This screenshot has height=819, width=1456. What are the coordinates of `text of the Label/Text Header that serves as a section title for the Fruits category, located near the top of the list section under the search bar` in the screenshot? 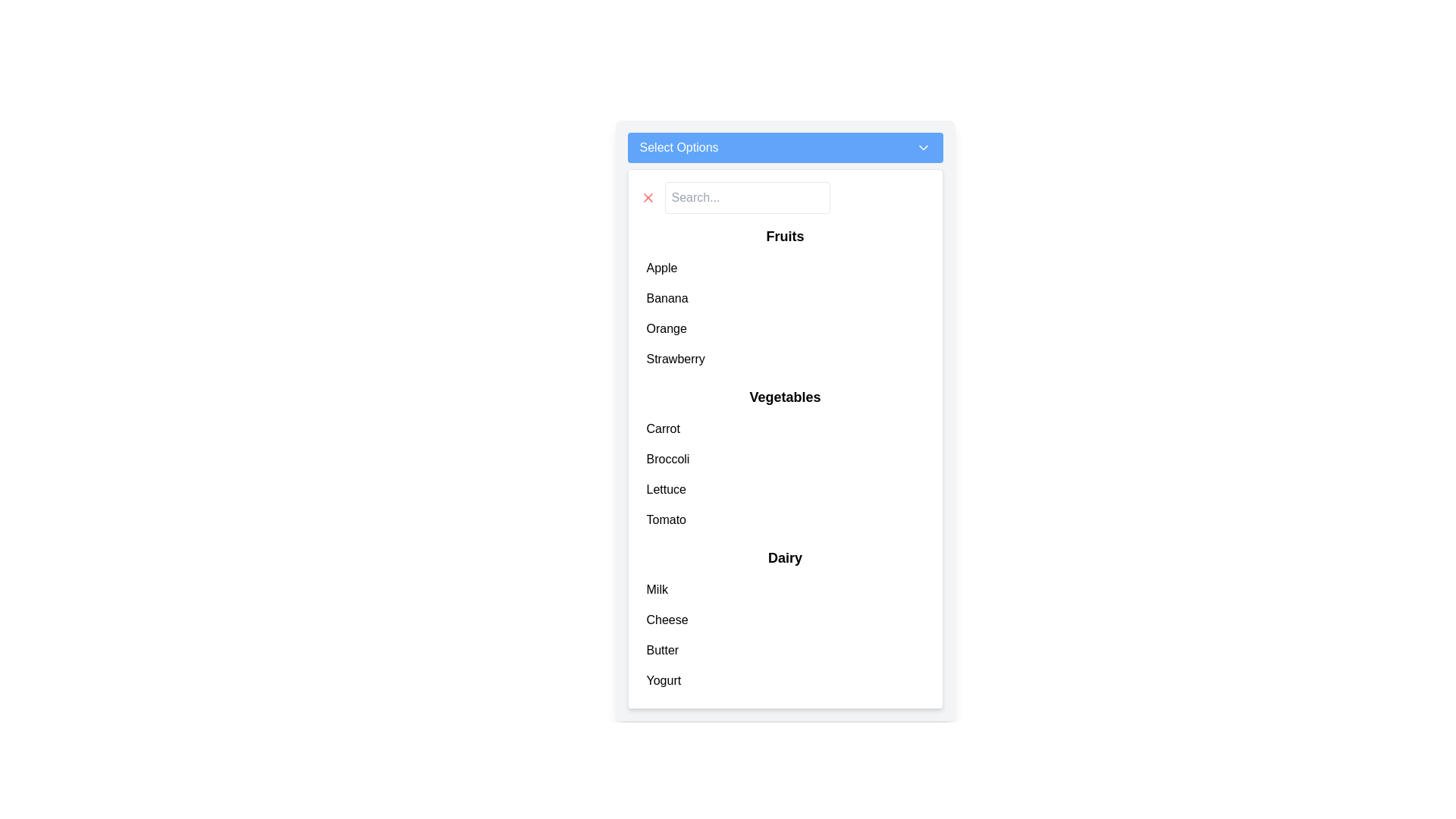 It's located at (785, 237).